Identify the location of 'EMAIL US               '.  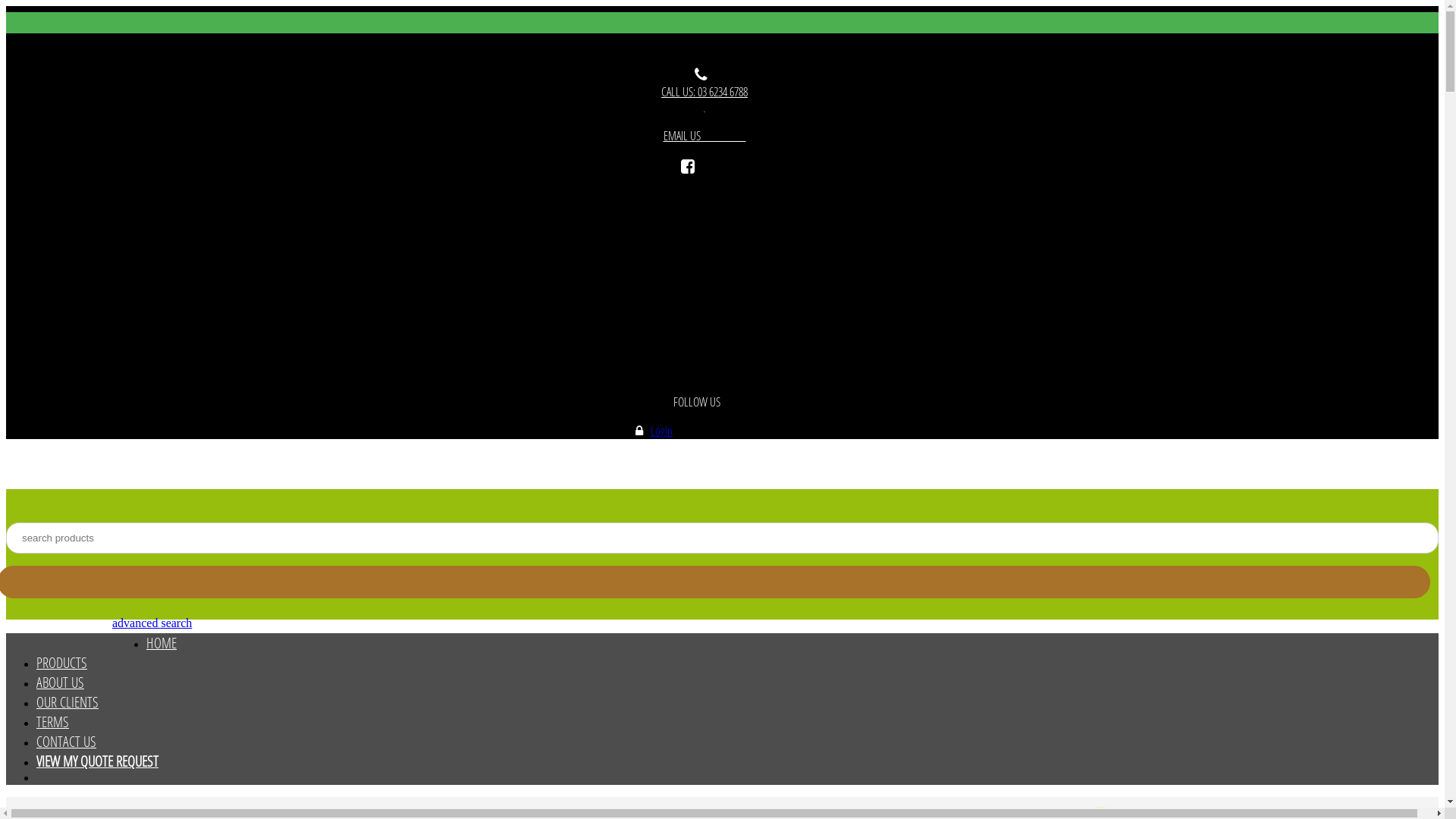
(703, 134).